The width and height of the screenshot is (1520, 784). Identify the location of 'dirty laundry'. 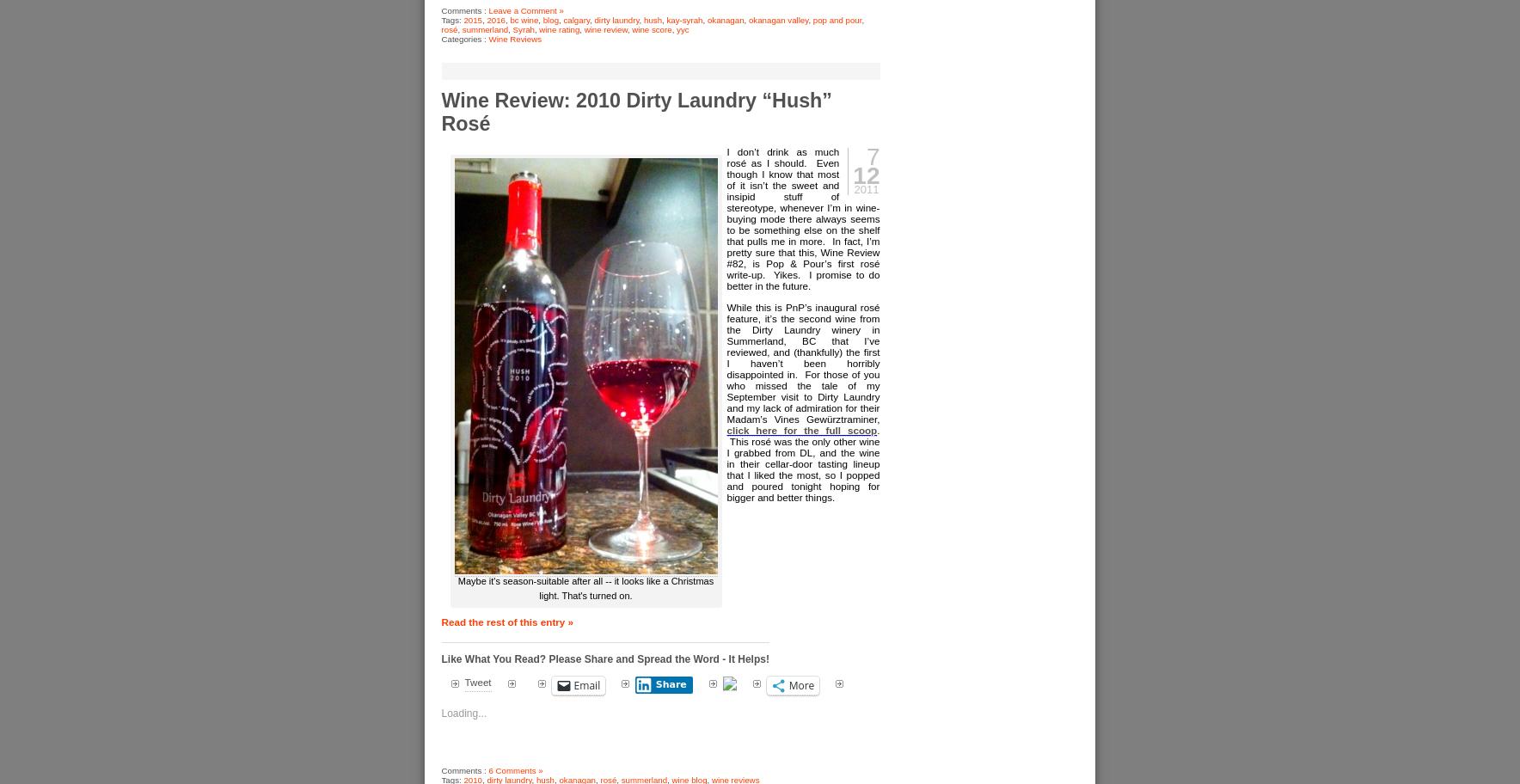
(616, 19).